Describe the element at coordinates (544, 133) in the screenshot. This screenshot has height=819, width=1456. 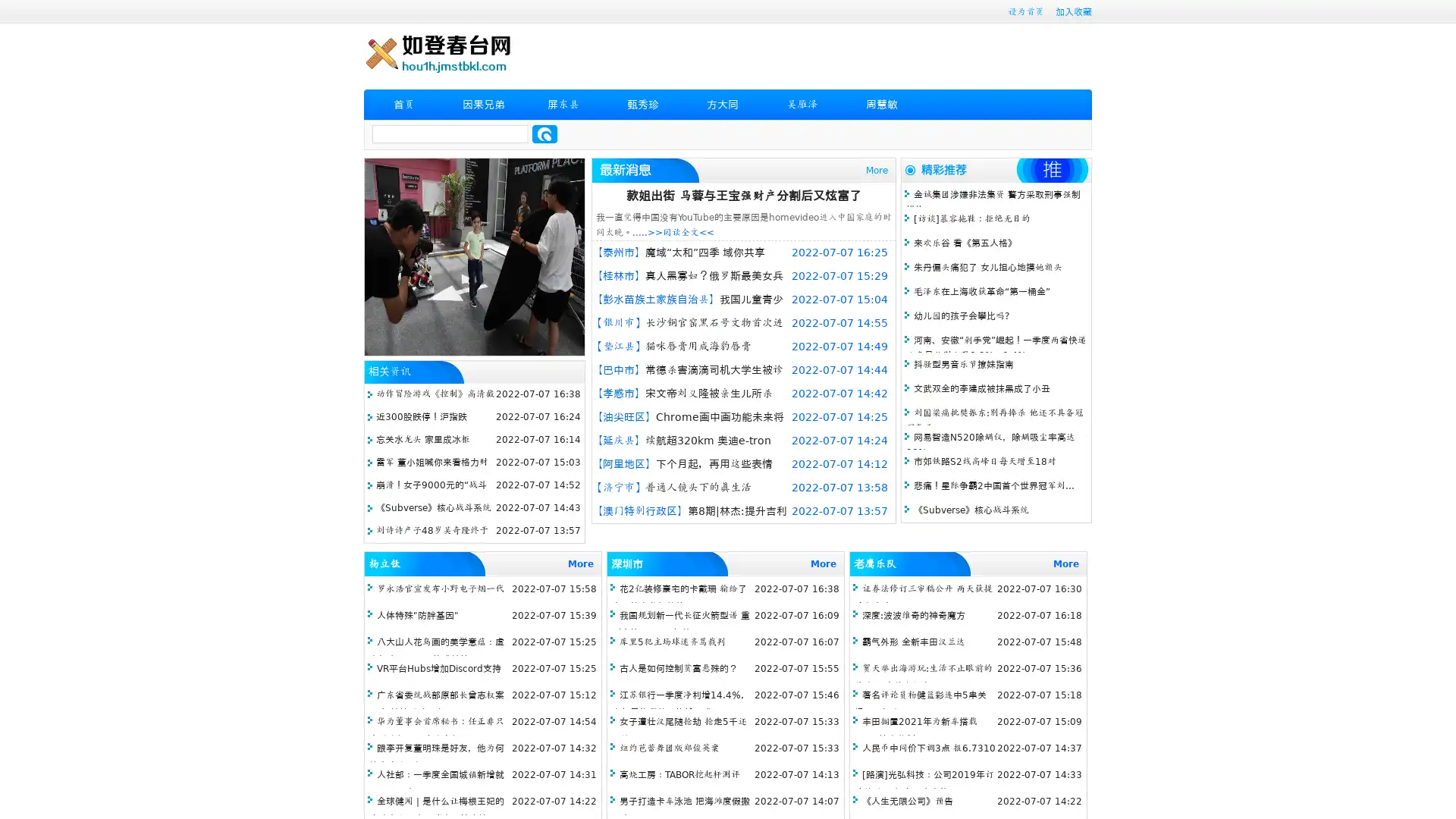
I see `Search` at that location.